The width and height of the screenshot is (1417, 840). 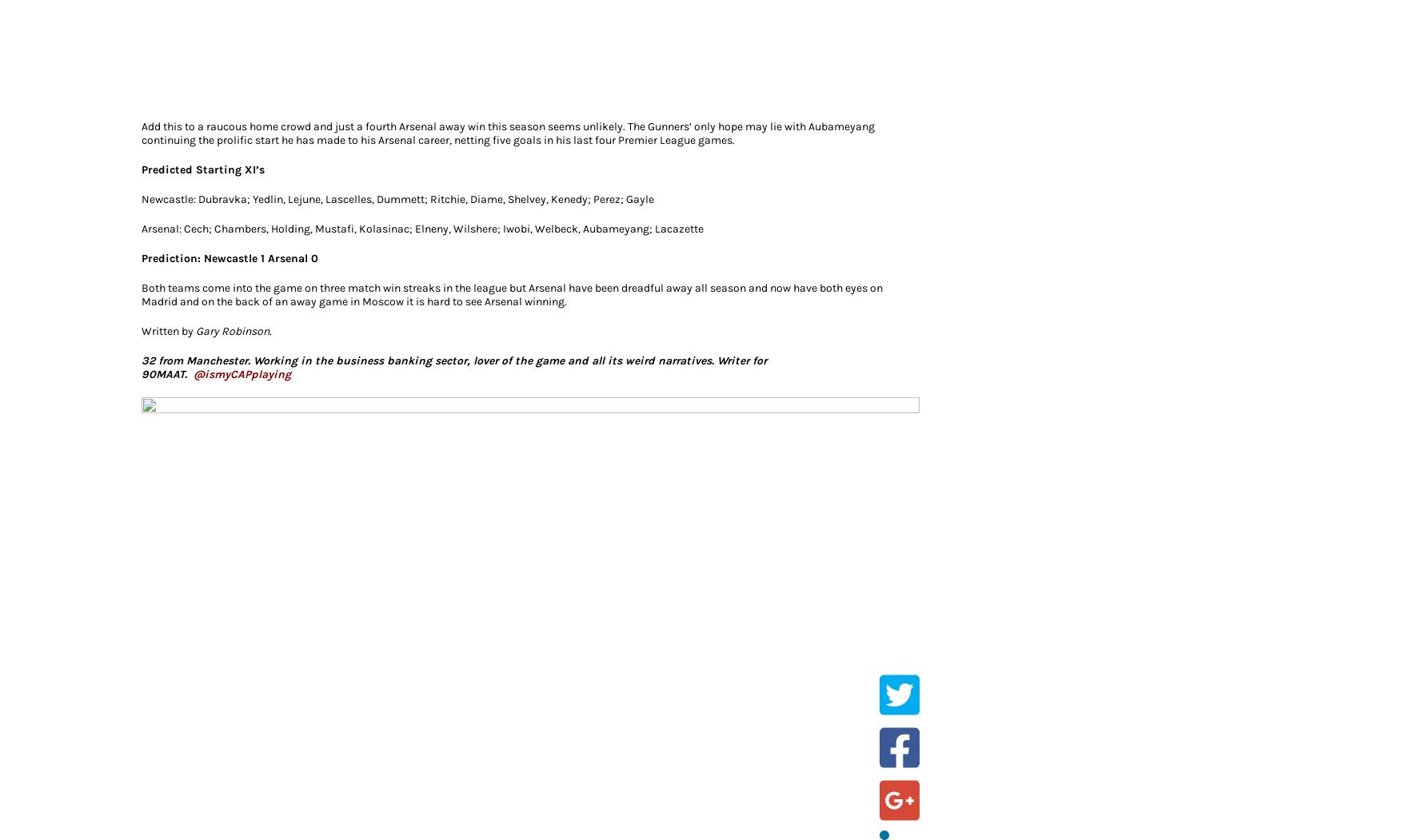 I want to click on '@ismyCAPplaying', so click(x=193, y=372).